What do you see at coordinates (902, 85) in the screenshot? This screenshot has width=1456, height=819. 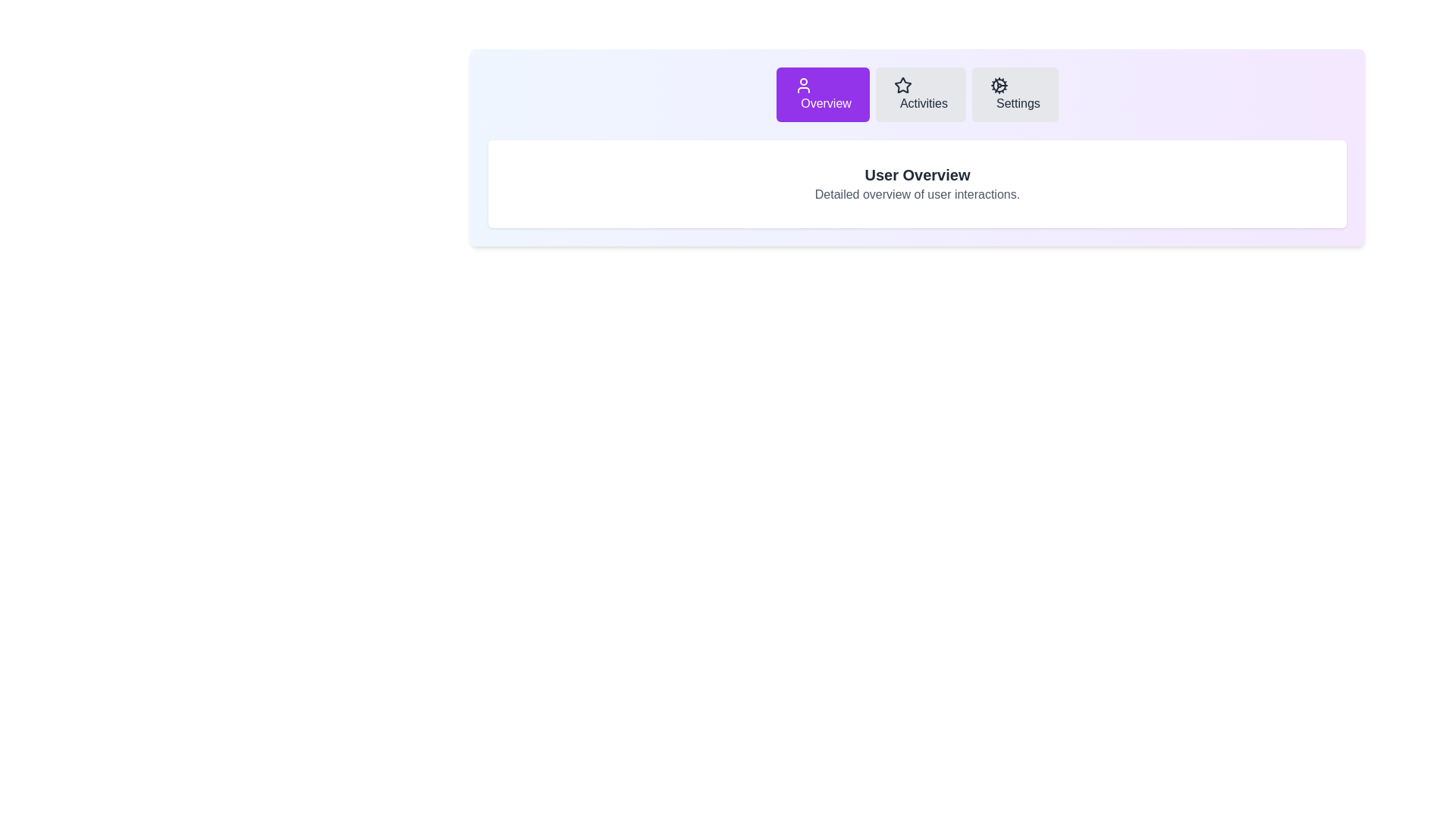 I see `the 'Activities' button containing the star icon, which is styled with a modern, thin-line design and outlined in black, located in the top navigation bar` at bounding box center [902, 85].